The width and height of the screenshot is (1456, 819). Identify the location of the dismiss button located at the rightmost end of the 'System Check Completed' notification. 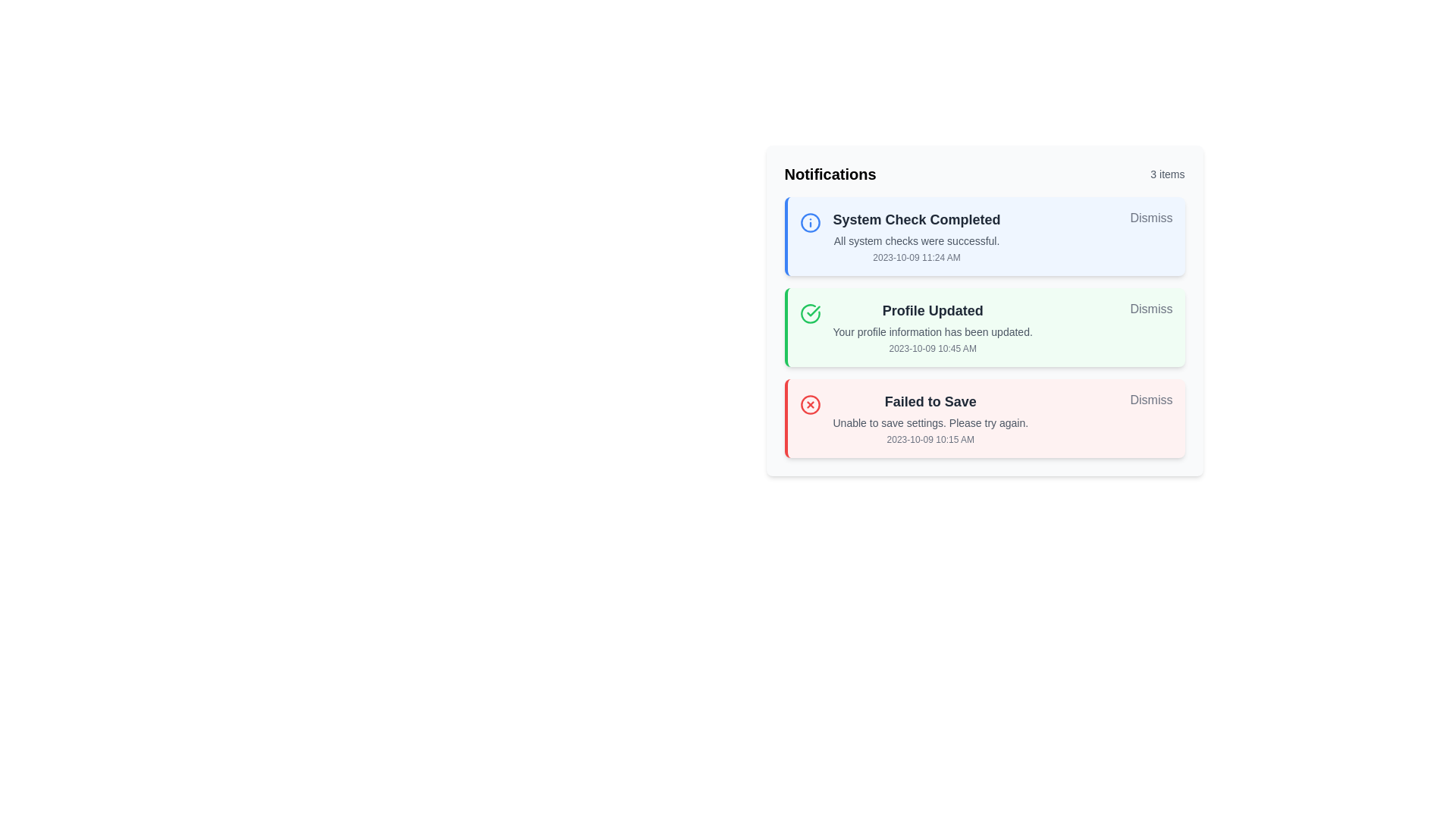
(1151, 218).